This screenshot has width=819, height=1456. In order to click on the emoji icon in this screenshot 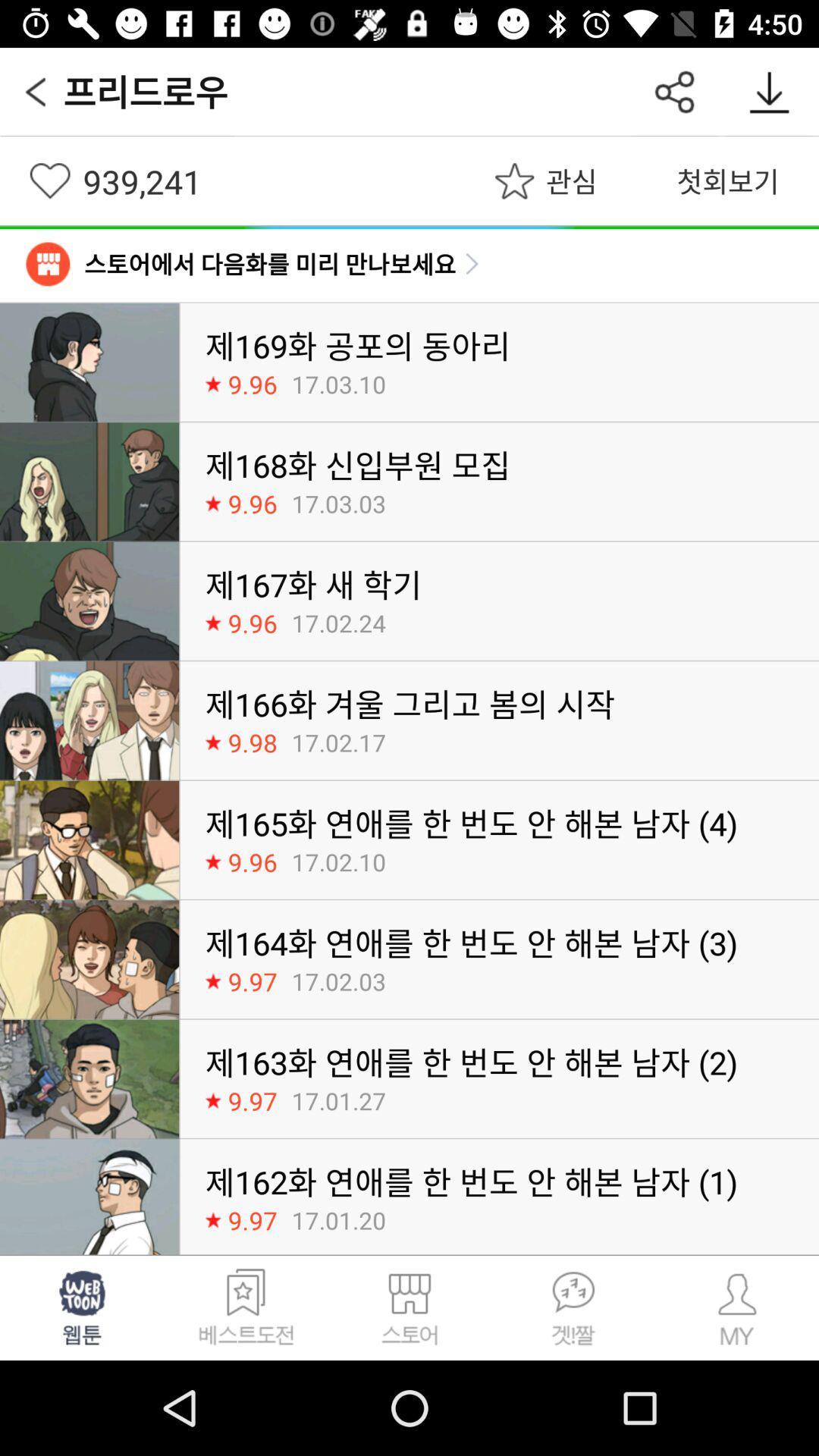, I will do `click(82, 1307)`.